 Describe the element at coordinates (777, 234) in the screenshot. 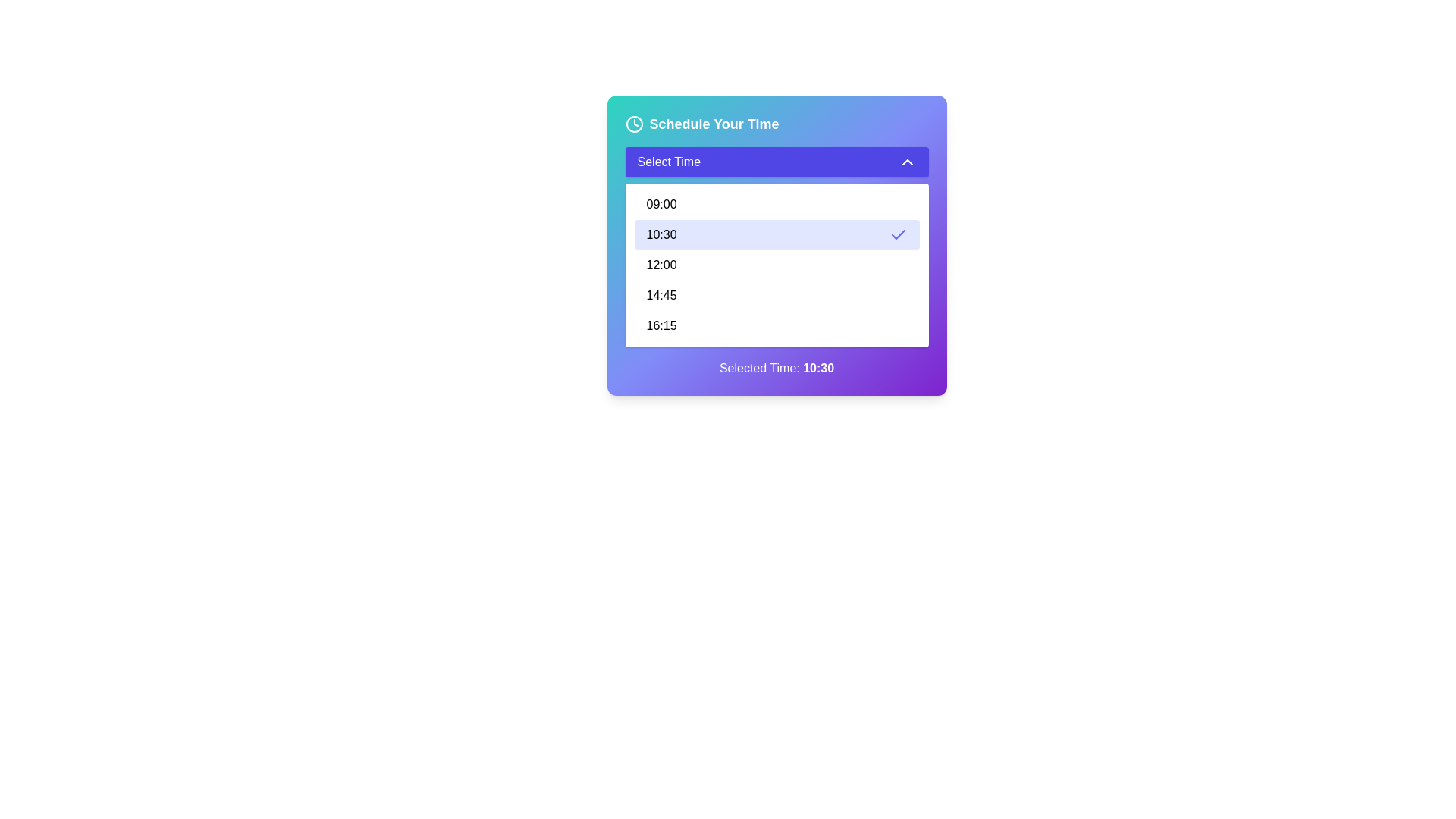

I see `the selectable list item displaying '10:30' in the scheduling interface` at that location.